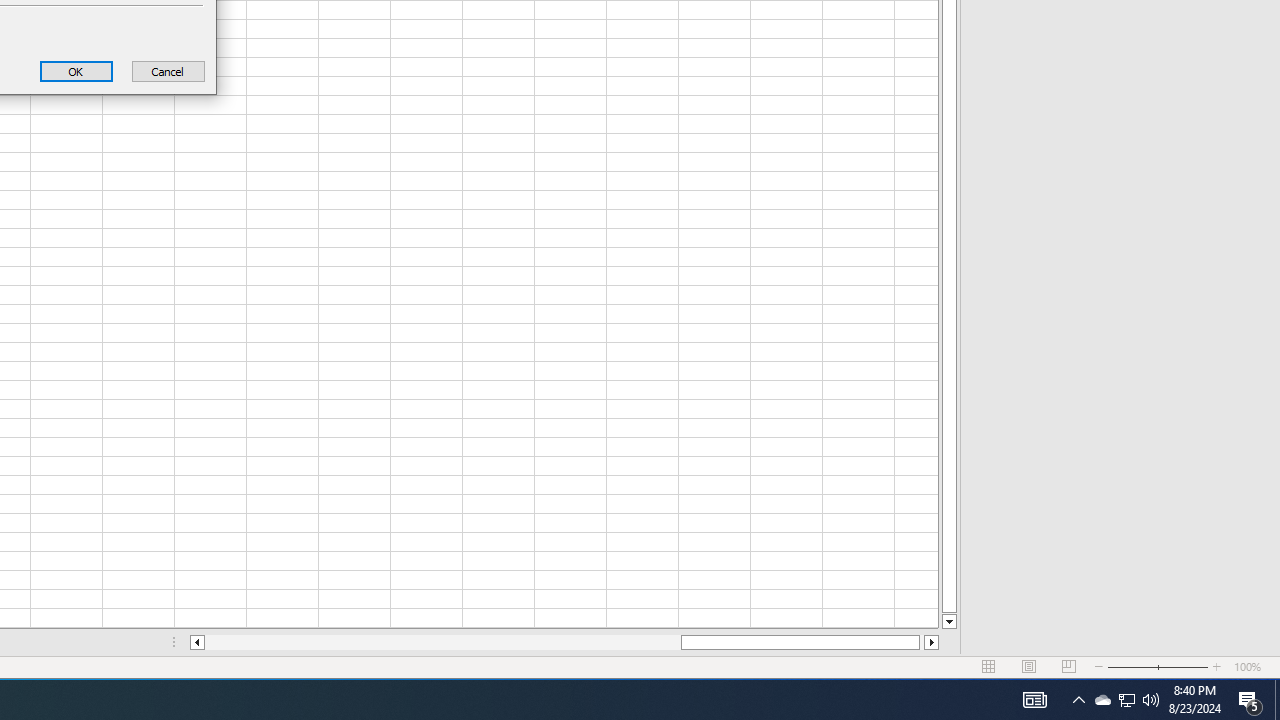 The width and height of the screenshot is (1280, 720). Describe the element at coordinates (1276, 698) in the screenshot. I see `'Show desktop'` at that location.